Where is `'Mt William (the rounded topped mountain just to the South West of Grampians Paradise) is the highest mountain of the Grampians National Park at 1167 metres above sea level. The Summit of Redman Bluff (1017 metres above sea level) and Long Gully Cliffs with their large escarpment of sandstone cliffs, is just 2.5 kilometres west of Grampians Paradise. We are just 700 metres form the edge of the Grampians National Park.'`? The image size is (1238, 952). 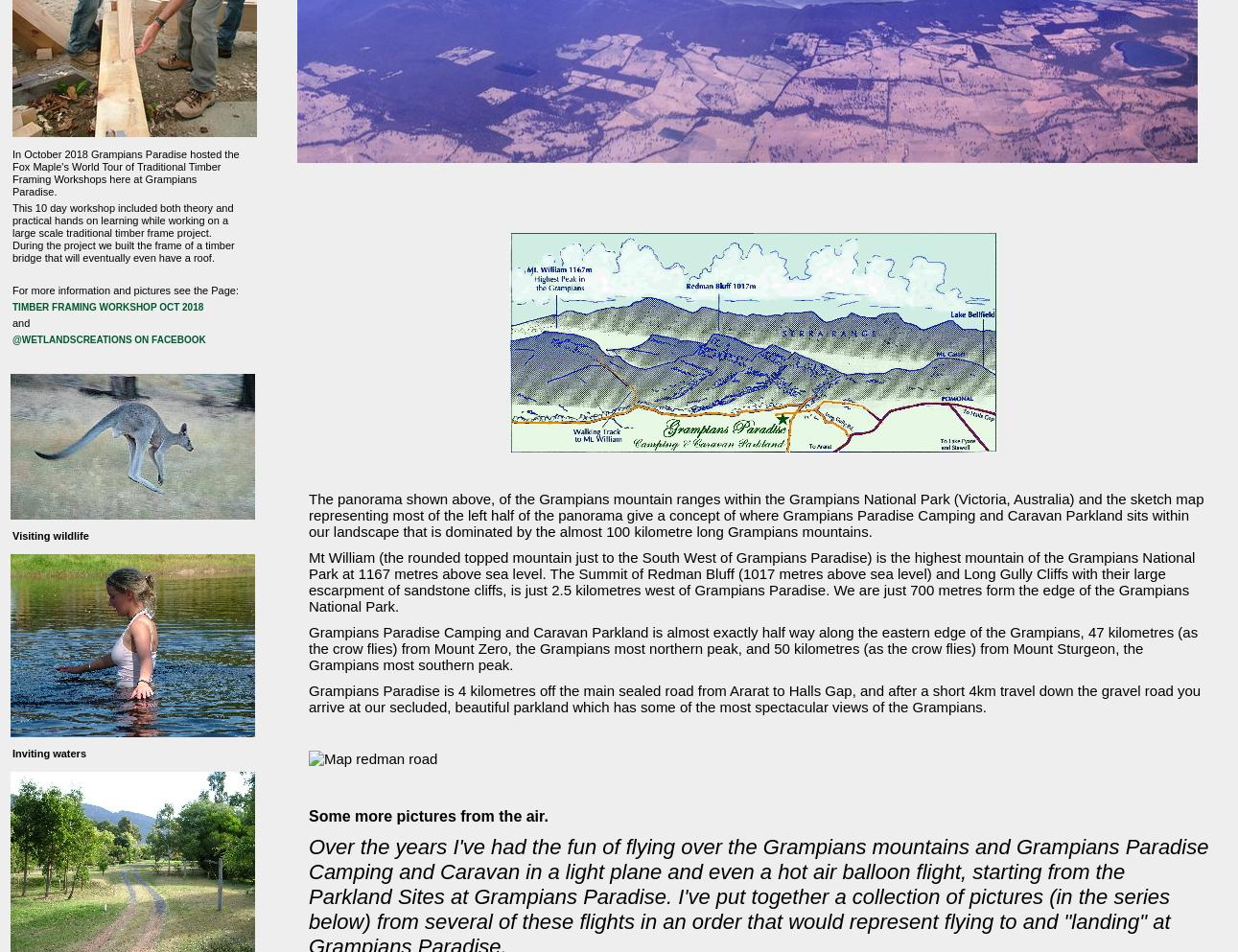 'Mt William (the rounded topped mountain just to the South West of Grampians Paradise) is the highest mountain of the Grampians National Park at 1167 metres above sea level. The Summit of Redman Bluff (1017 metres above sea level) and Long Gully Cliffs with their large escarpment of sandstone cliffs, is just 2.5 kilometres west of Grampians Paradise. We are just 700 metres form the edge of the Grampians National Park.' is located at coordinates (752, 582).